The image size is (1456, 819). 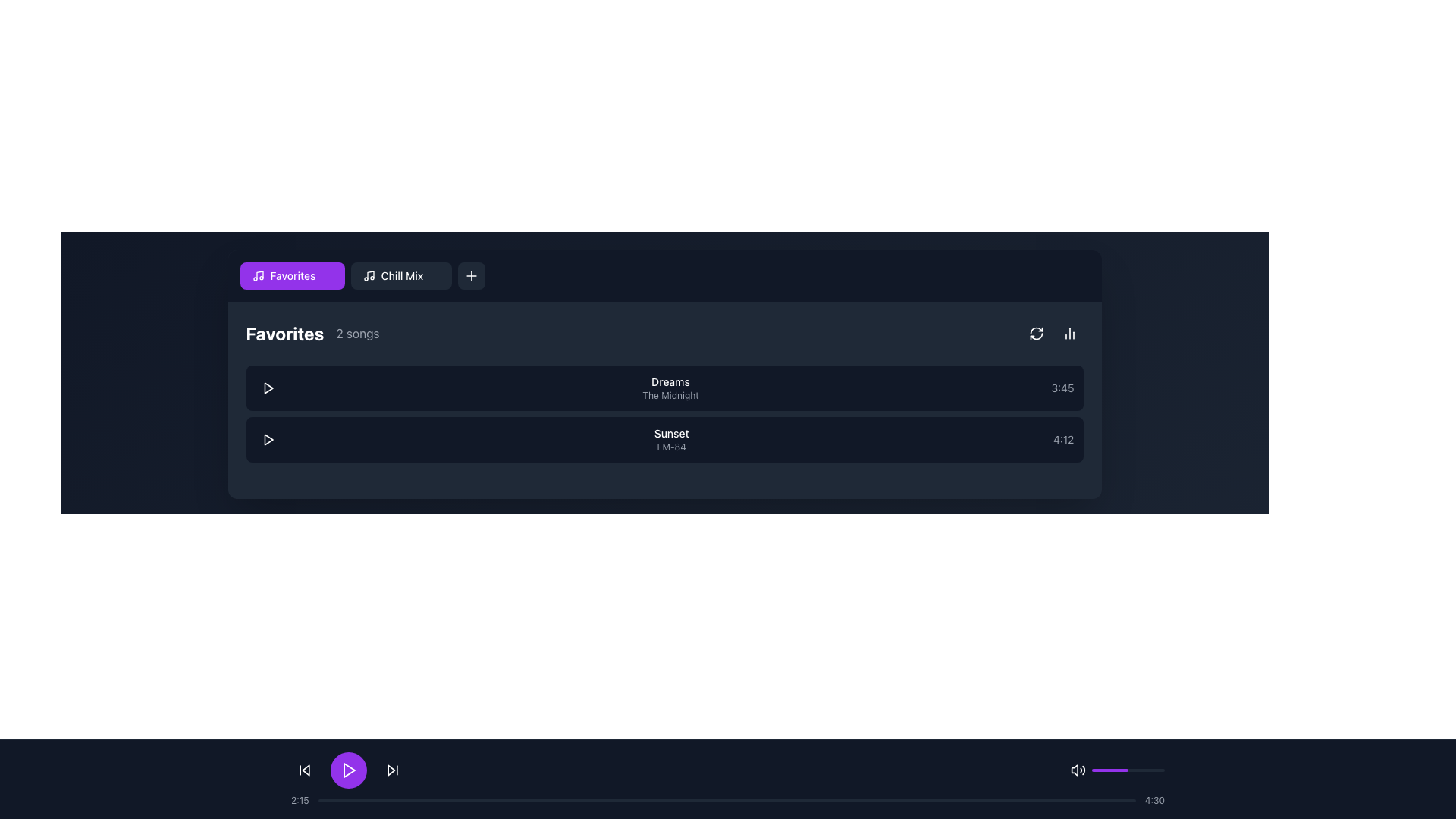 I want to click on the play button located on the leftmost part of the second item row, so click(x=268, y=439).